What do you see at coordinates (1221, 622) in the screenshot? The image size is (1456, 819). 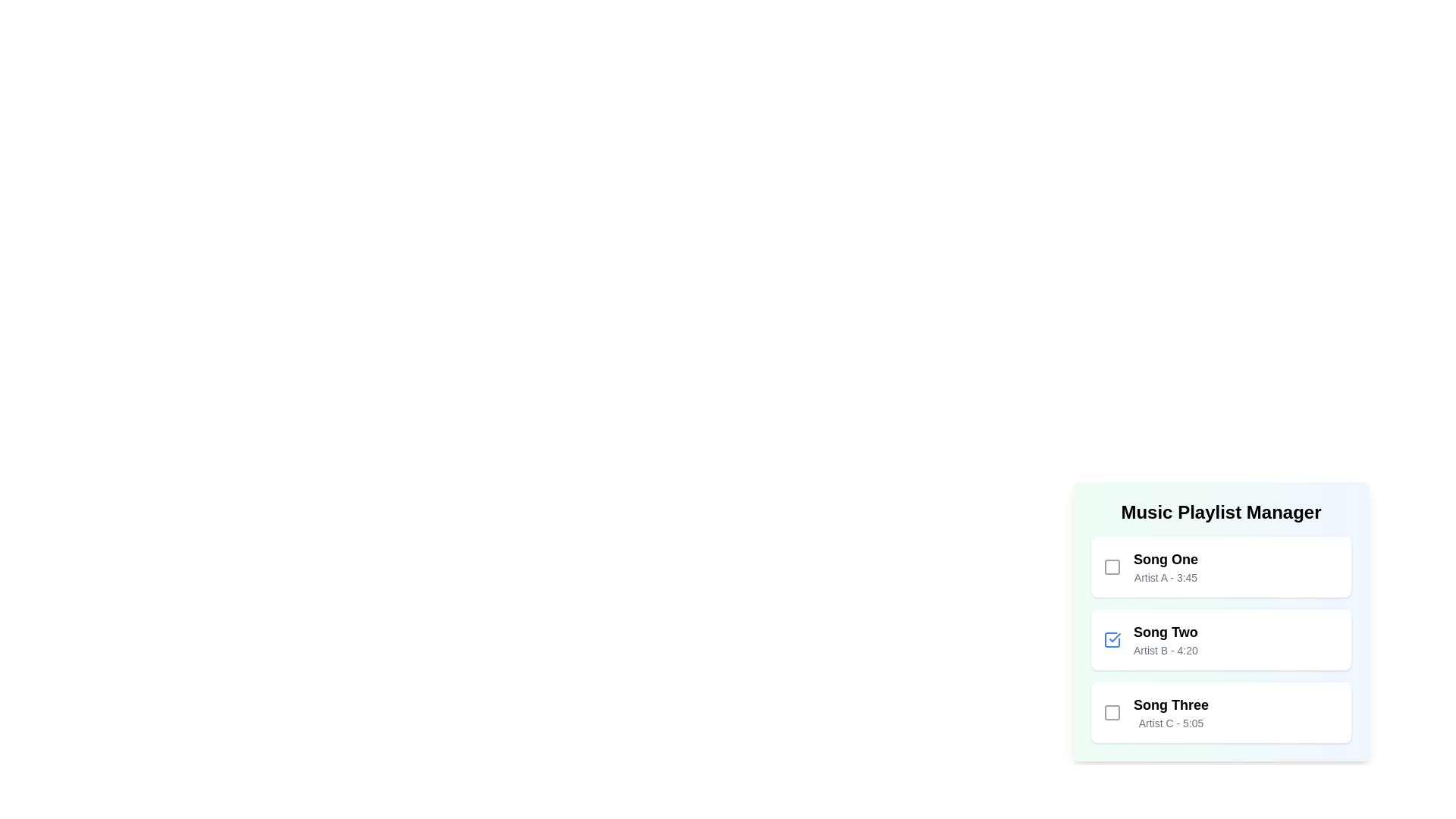 I see `the checkbox of the second selectable item in the music playlist manager` at bounding box center [1221, 622].